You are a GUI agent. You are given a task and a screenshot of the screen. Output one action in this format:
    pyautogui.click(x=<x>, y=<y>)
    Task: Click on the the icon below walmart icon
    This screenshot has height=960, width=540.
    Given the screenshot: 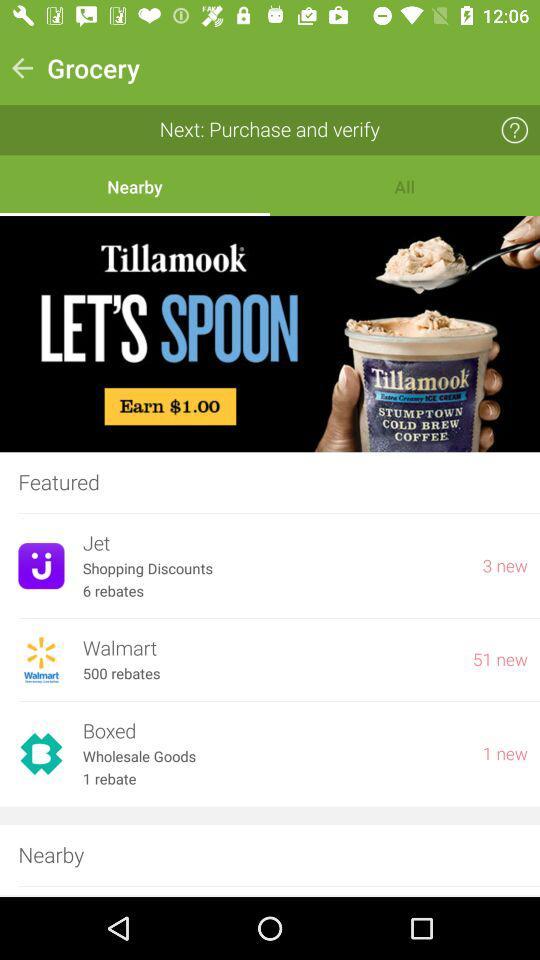 What is the action you would take?
    pyautogui.click(x=121, y=674)
    